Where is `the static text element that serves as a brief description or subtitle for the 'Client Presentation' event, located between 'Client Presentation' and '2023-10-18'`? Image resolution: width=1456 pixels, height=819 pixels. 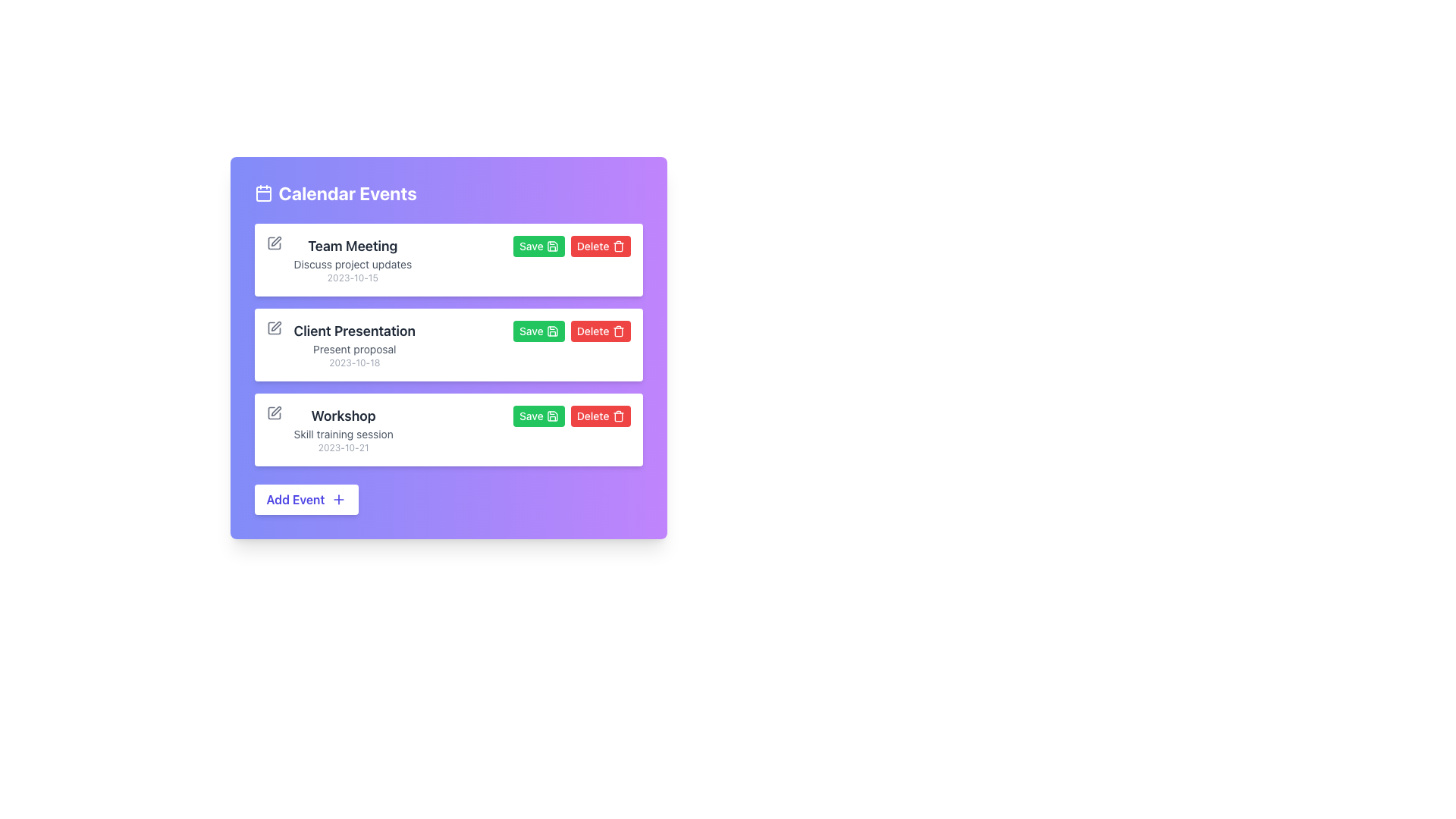
the static text element that serves as a brief description or subtitle for the 'Client Presentation' event, located between 'Client Presentation' and '2023-10-18' is located at coordinates (353, 350).